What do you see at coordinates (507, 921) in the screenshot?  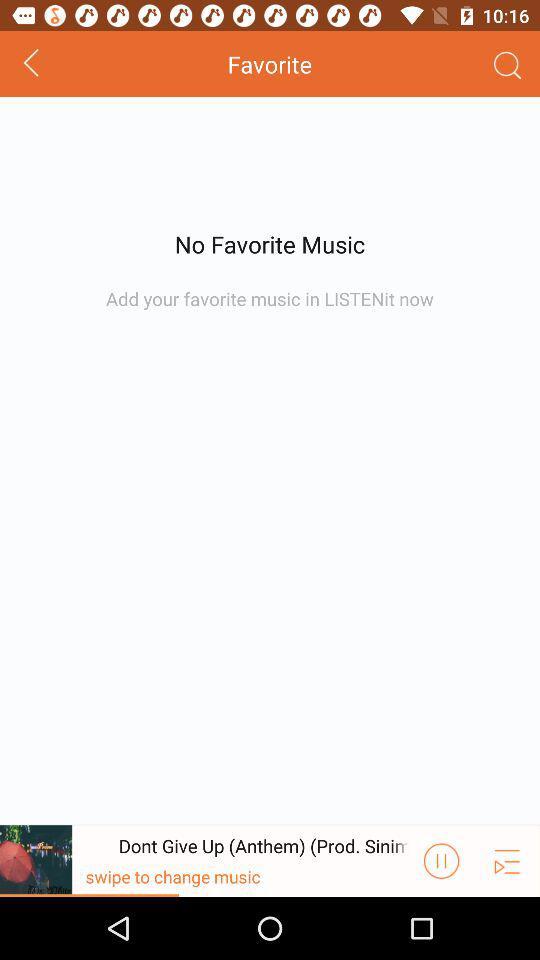 I see `the list icon` at bounding box center [507, 921].